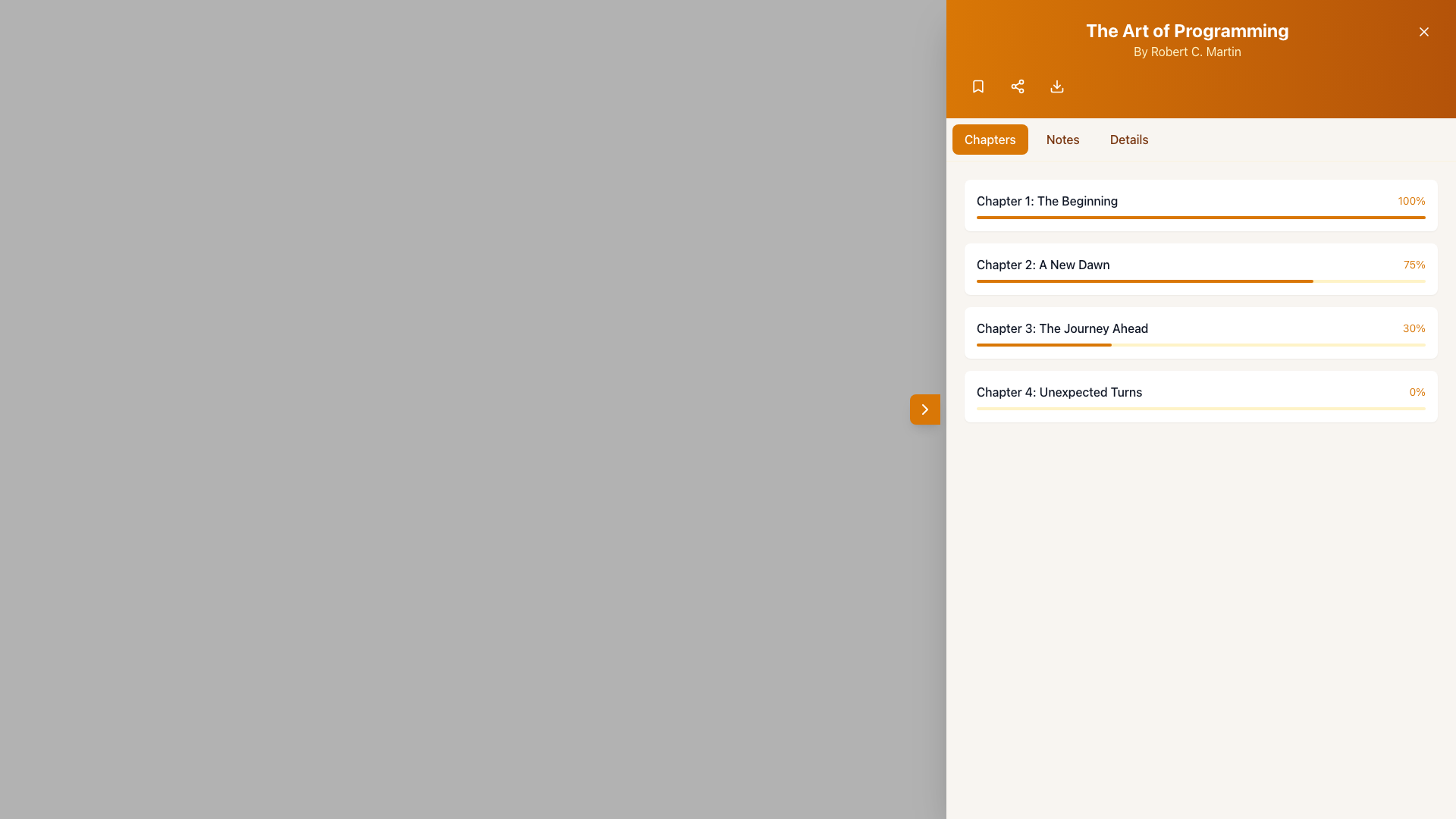  What do you see at coordinates (1200, 327) in the screenshot?
I see `the displayed progress information of the third chapter progress indicator, which shows the title and completion status of the chapter in the list` at bounding box center [1200, 327].